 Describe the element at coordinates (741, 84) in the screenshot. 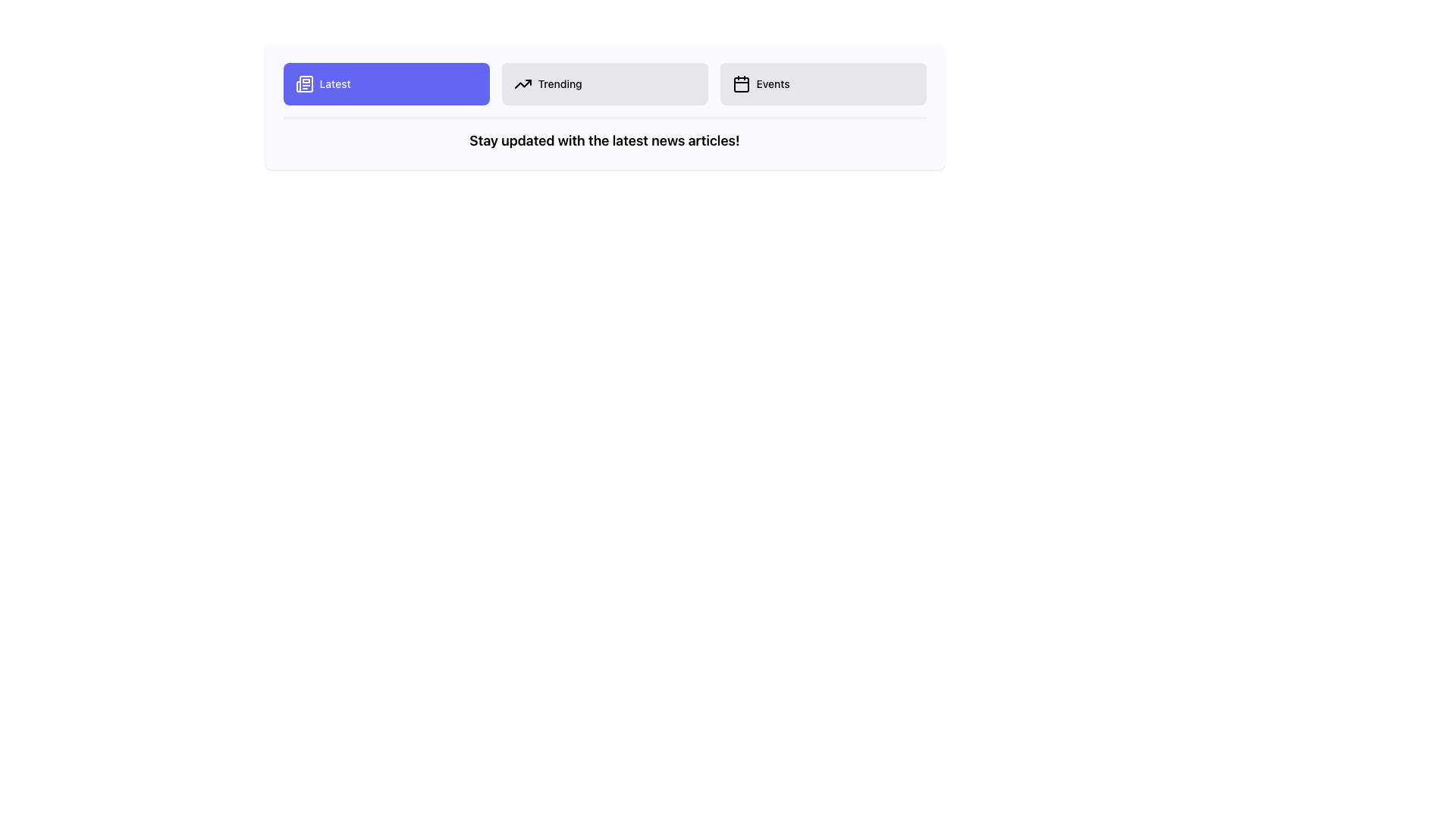

I see `the calendar icon, which is a square-shaped element with a black outline, located to the left of the 'Events' label in the horizontal navigation bar` at that location.